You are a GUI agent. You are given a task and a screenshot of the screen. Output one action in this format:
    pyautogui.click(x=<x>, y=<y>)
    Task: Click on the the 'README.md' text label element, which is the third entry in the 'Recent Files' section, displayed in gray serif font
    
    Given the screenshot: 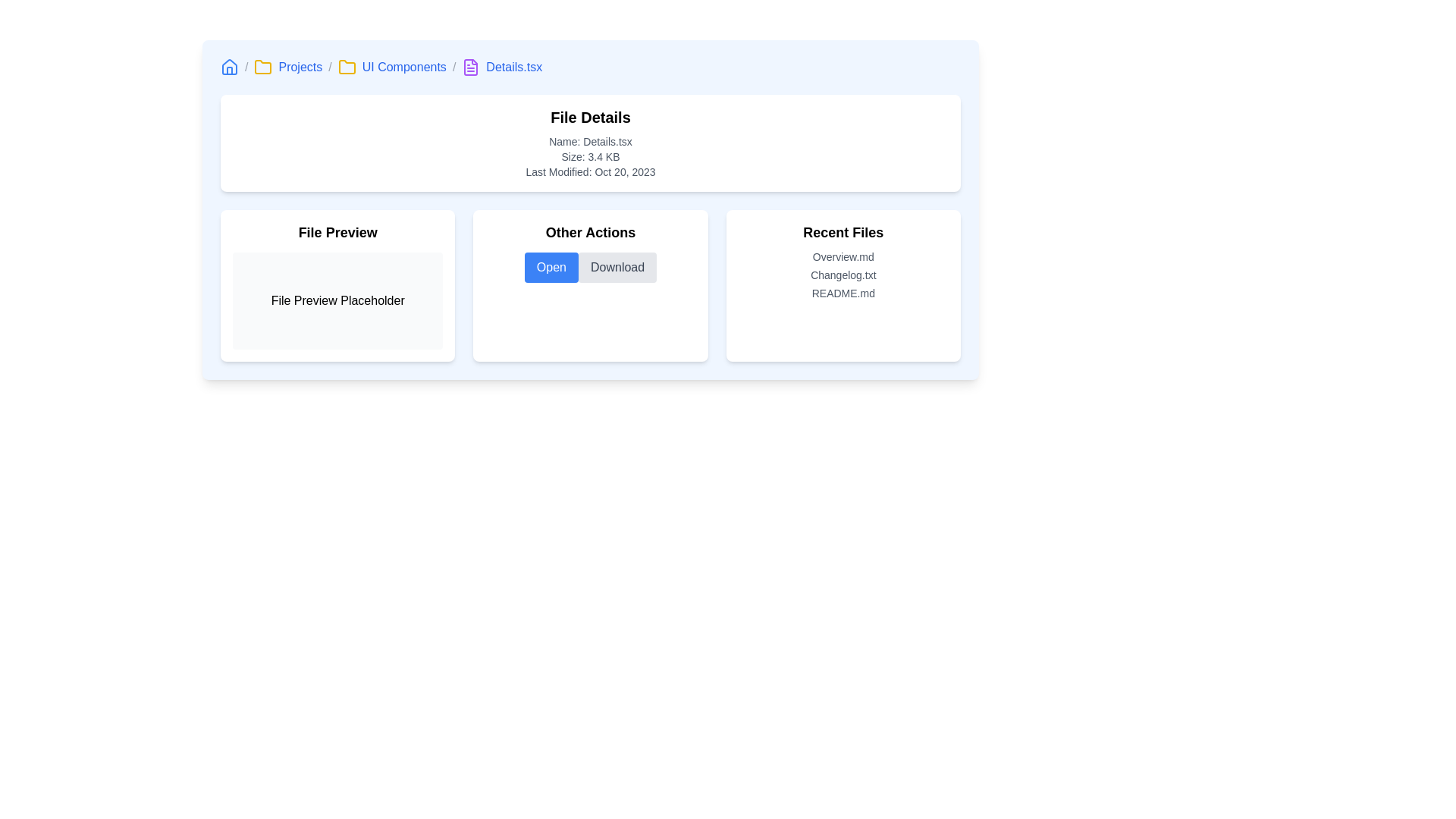 What is the action you would take?
    pyautogui.click(x=843, y=293)
    